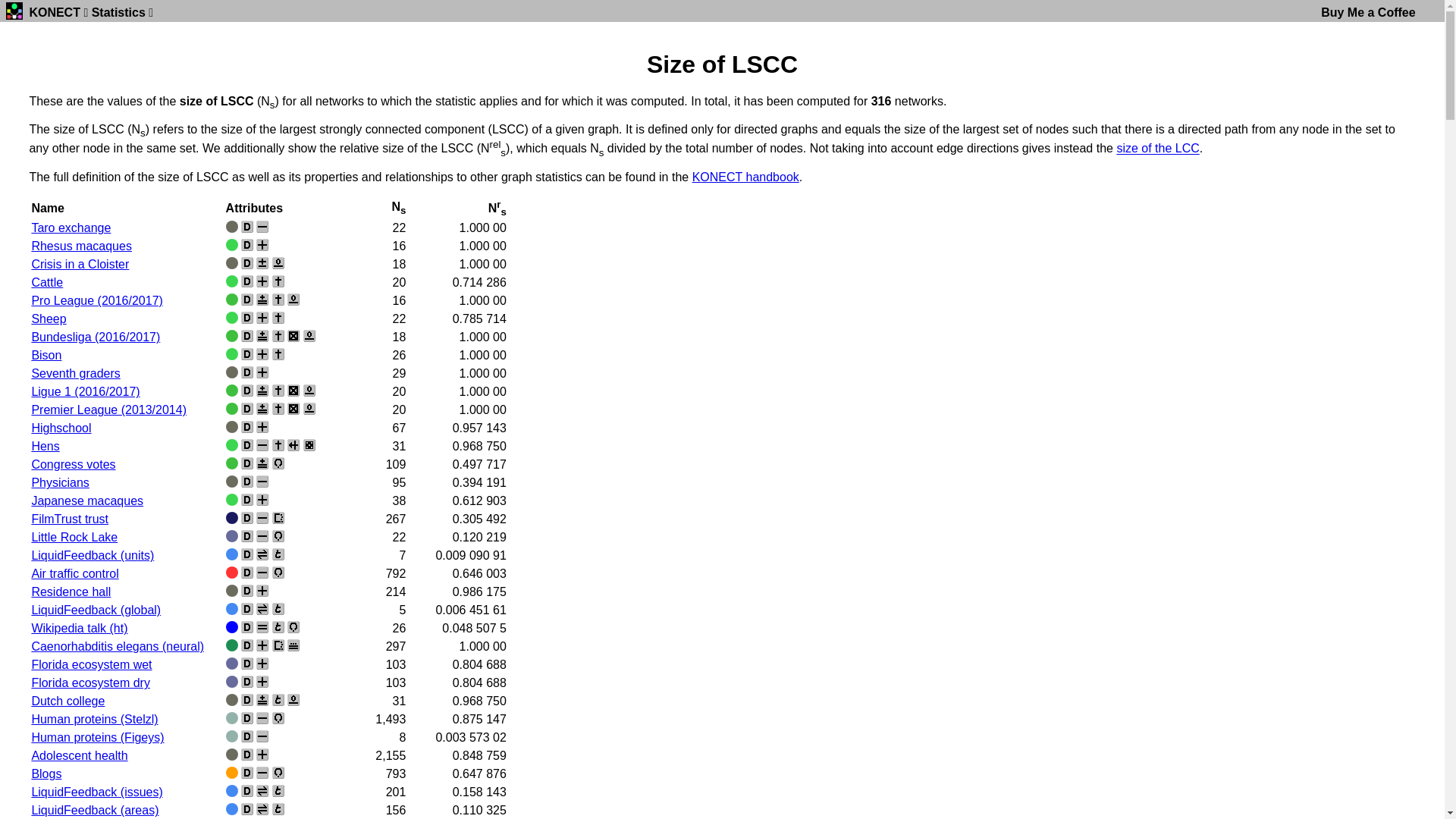 The height and width of the screenshot is (819, 1456). What do you see at coordinates (80, 245) in the screenshot?
I see `'Rhesus macaques'` at bounding box center [80, 245].